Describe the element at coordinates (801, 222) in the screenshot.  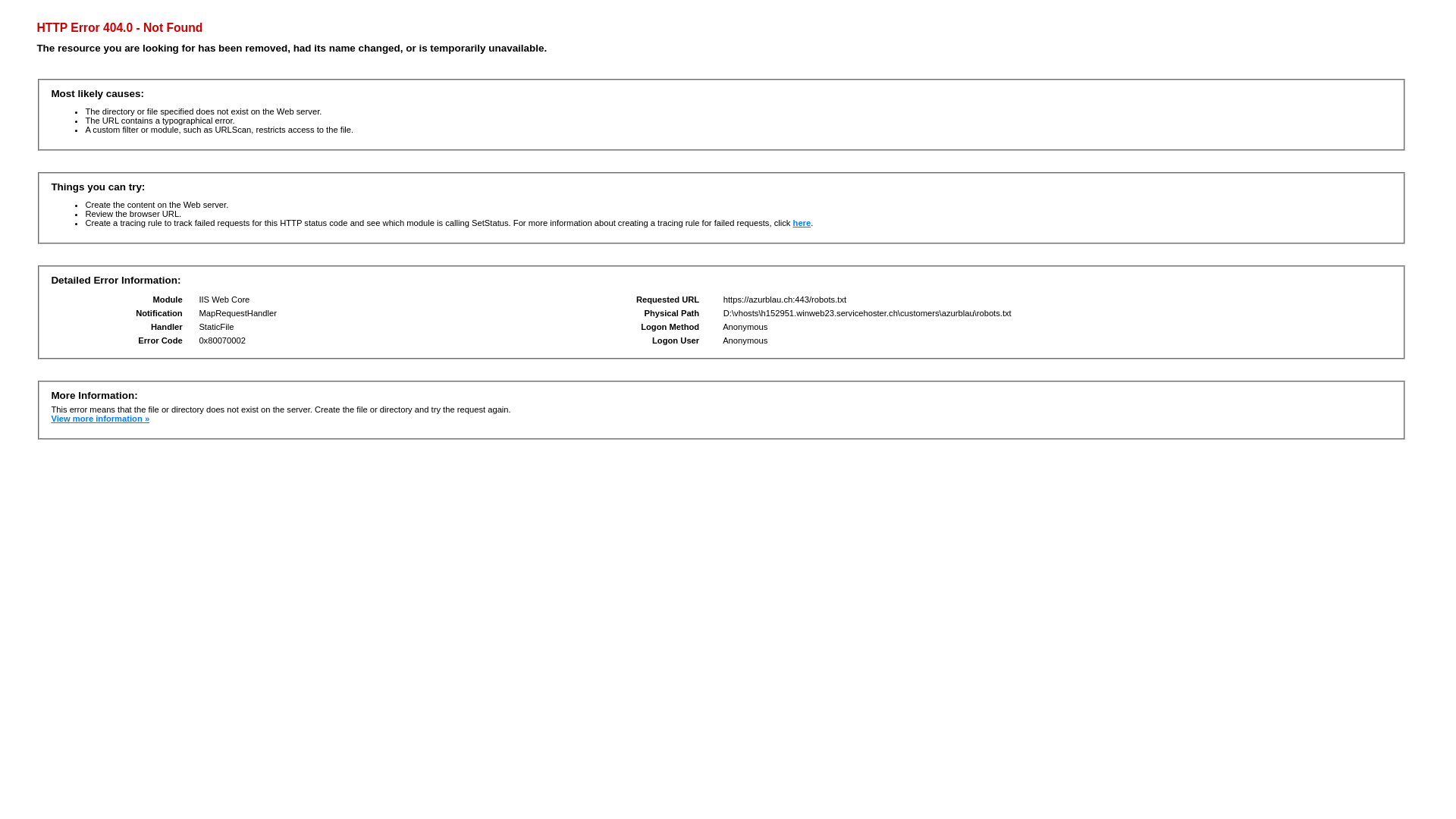
I see `'here'` at that location.